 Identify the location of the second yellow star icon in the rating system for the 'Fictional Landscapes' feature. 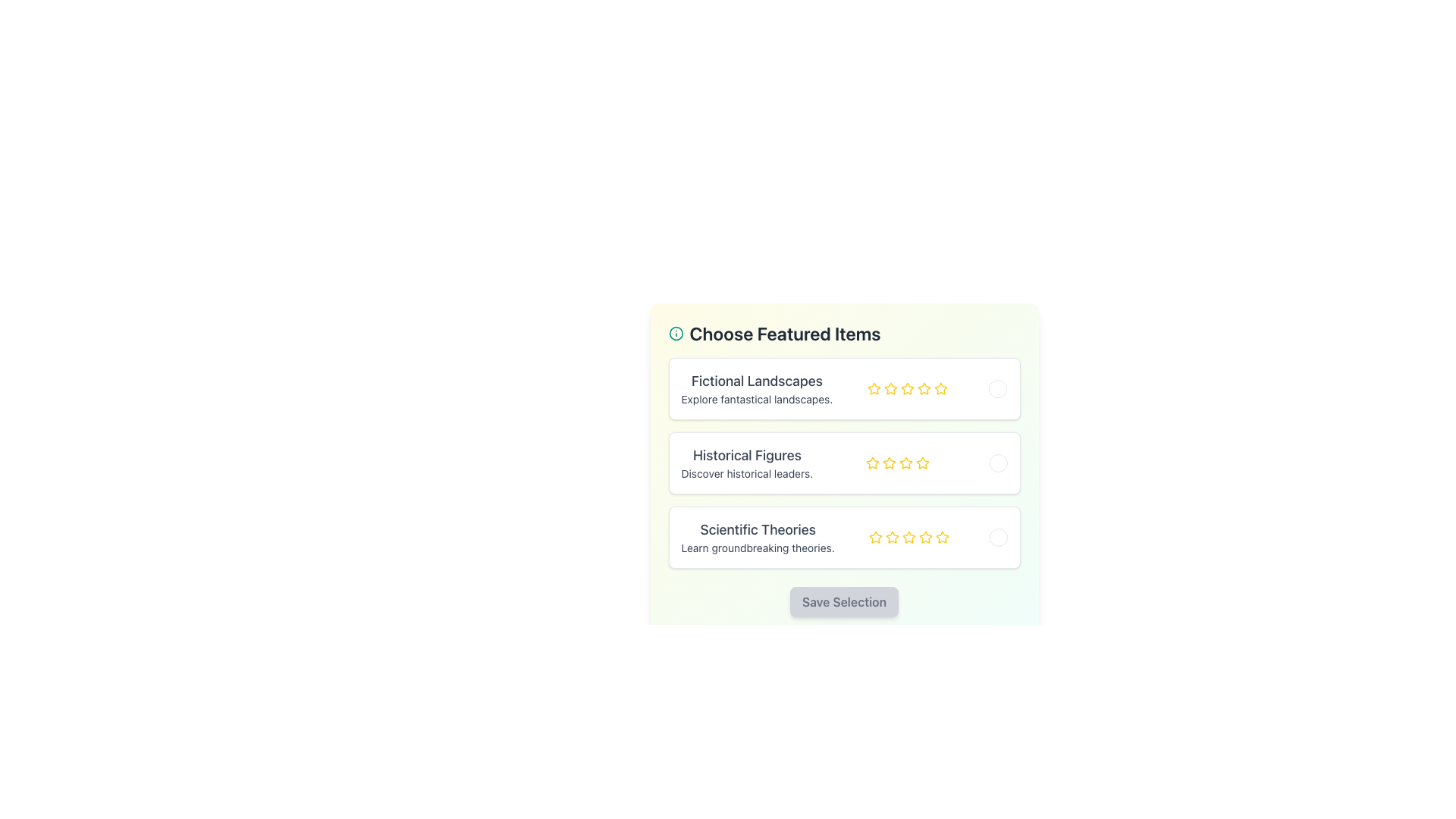
(891, 388).